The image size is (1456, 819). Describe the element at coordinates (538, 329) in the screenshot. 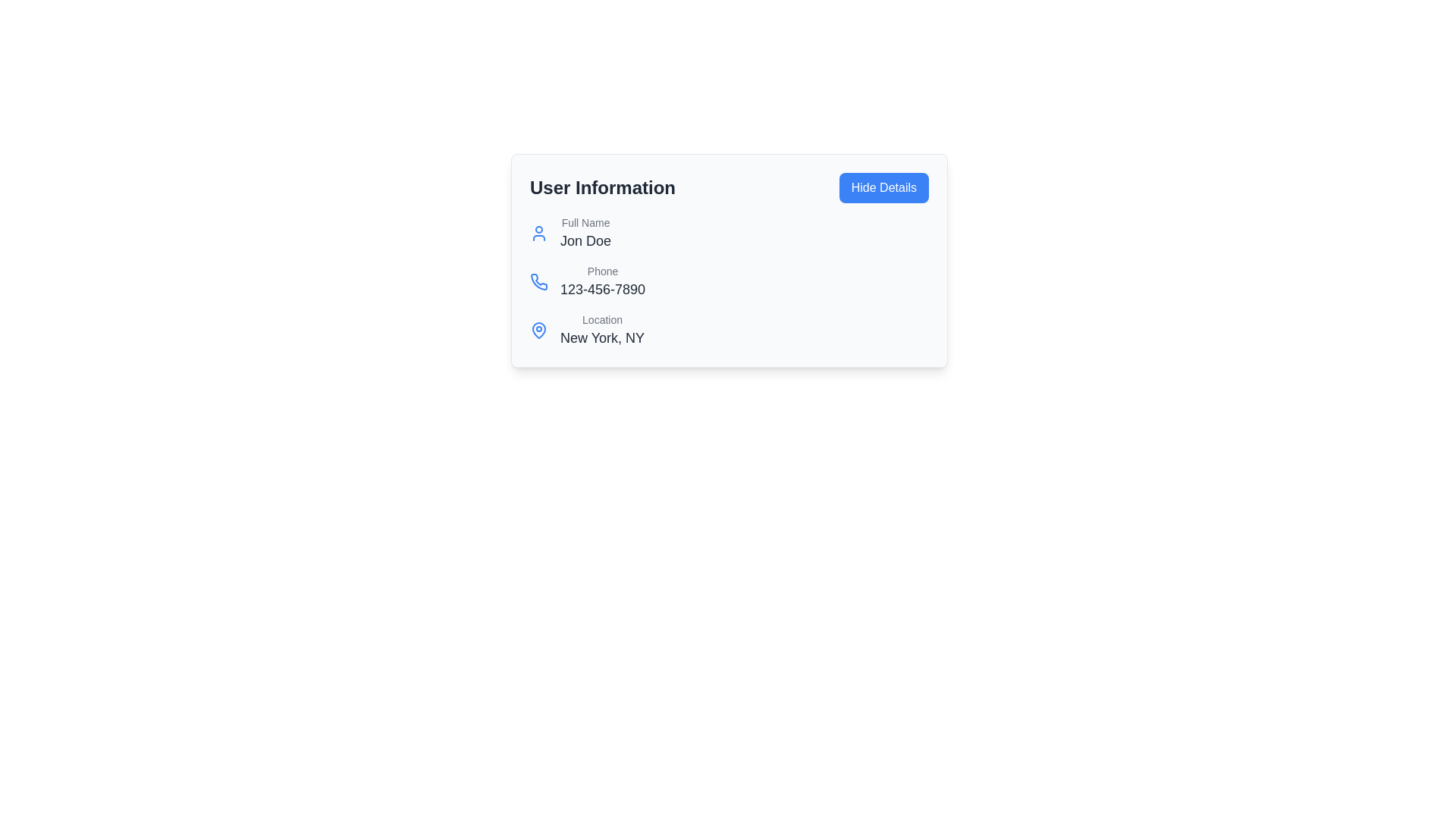

I see `the blue map pin icon located beside the 'Location' label under the 'User Information' section, which represents the user's location` at that location.